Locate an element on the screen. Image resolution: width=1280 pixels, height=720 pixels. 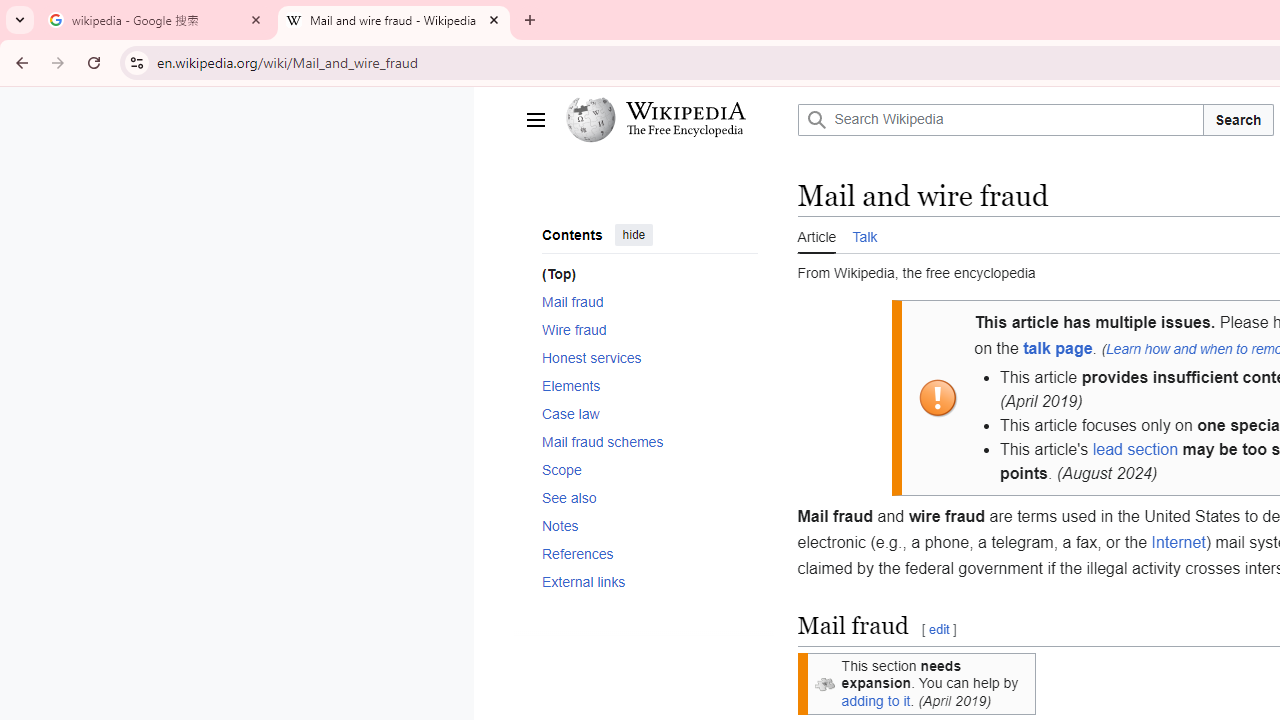
'edit' is located at coordinates (937, 630).